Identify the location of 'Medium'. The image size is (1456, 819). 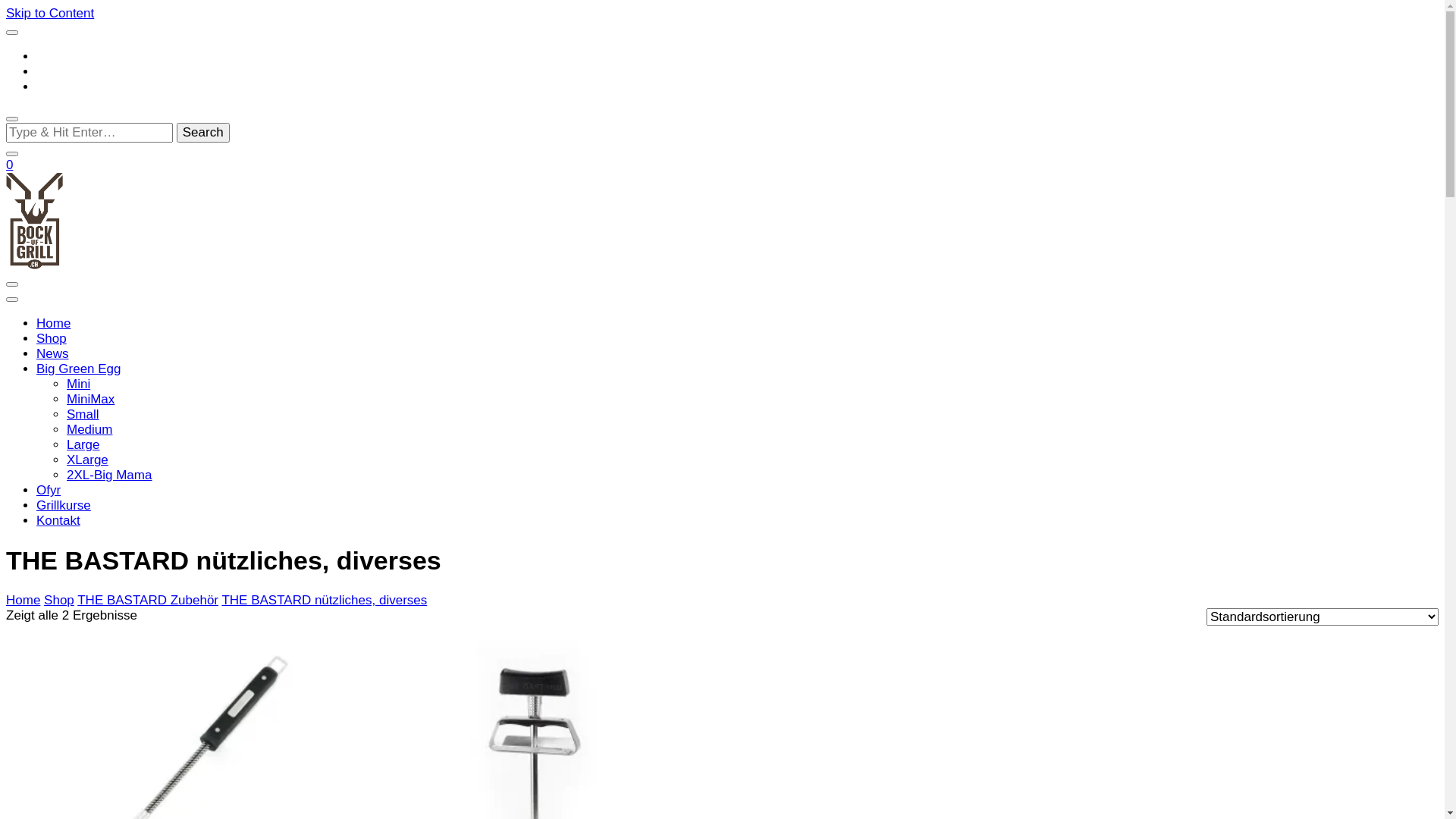
(89, 429).